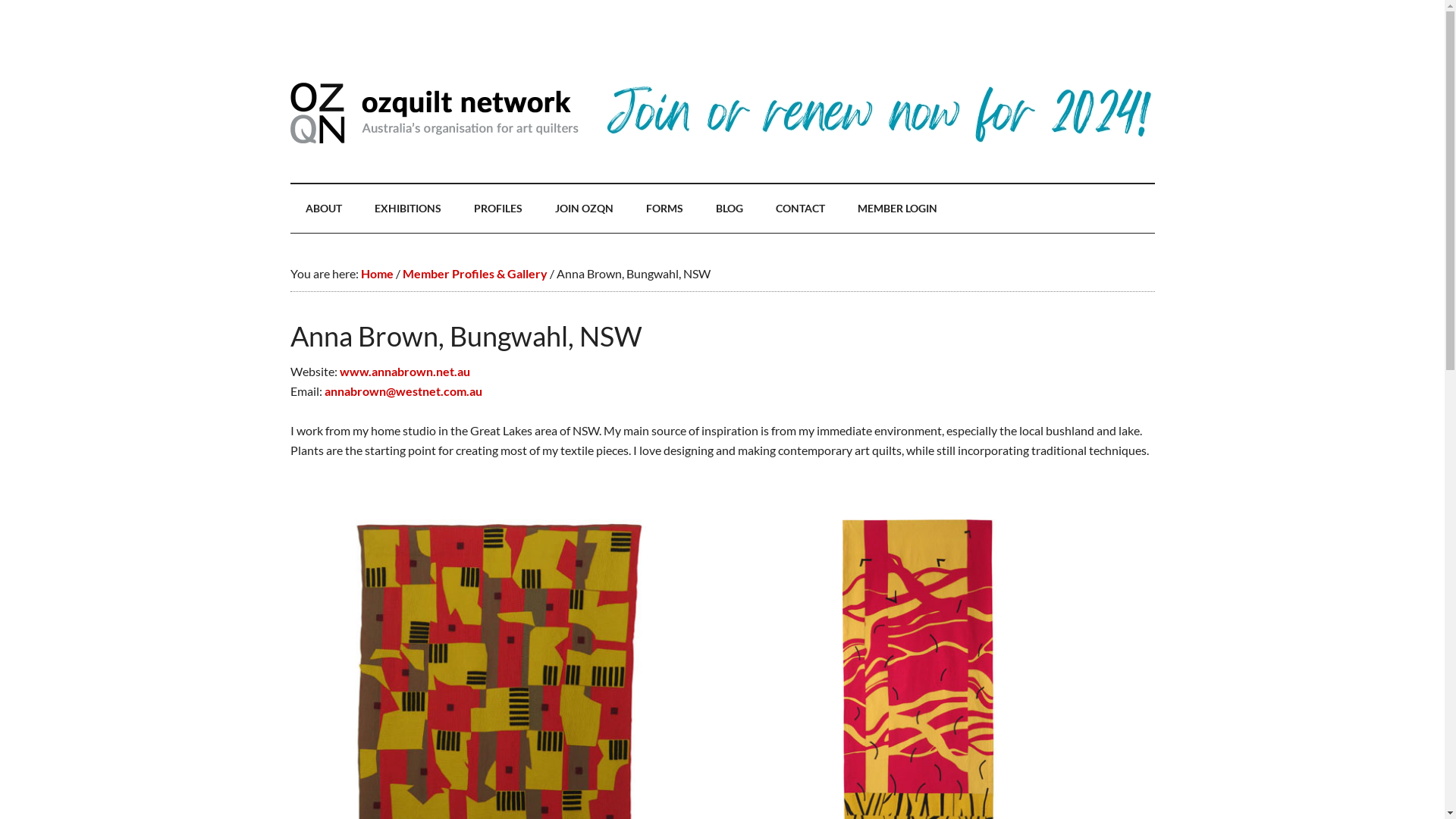 The width and height of the screenshot is (1456, 819). What do you see at coordinates (497, 208) in the screenshot?
I see `'PROFILES'` at bounding box center [497, 208].